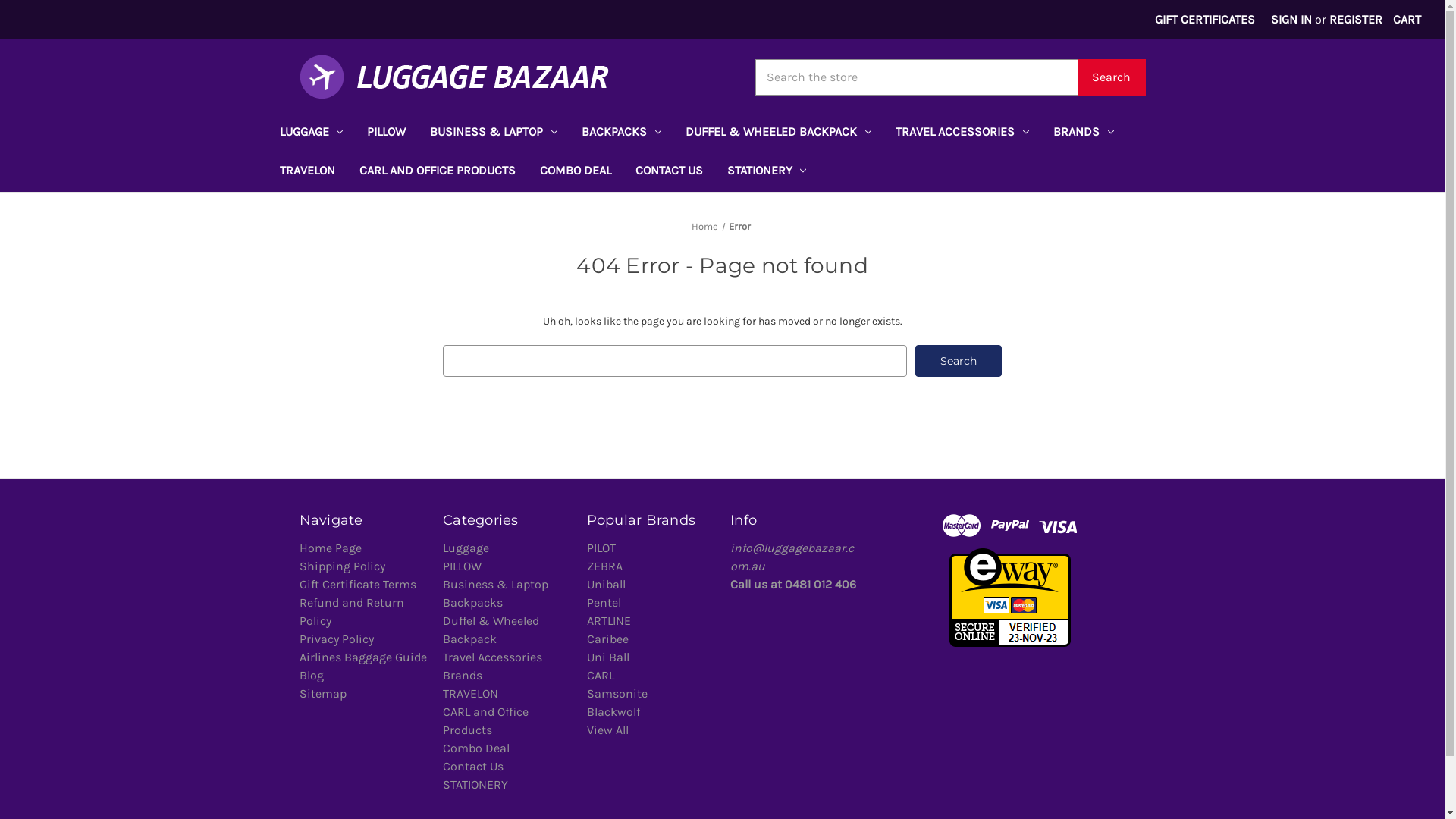  Describe the element at coordinates (350, 610) in the screenshot. I see `'Refund and Return Policy'` at that location.